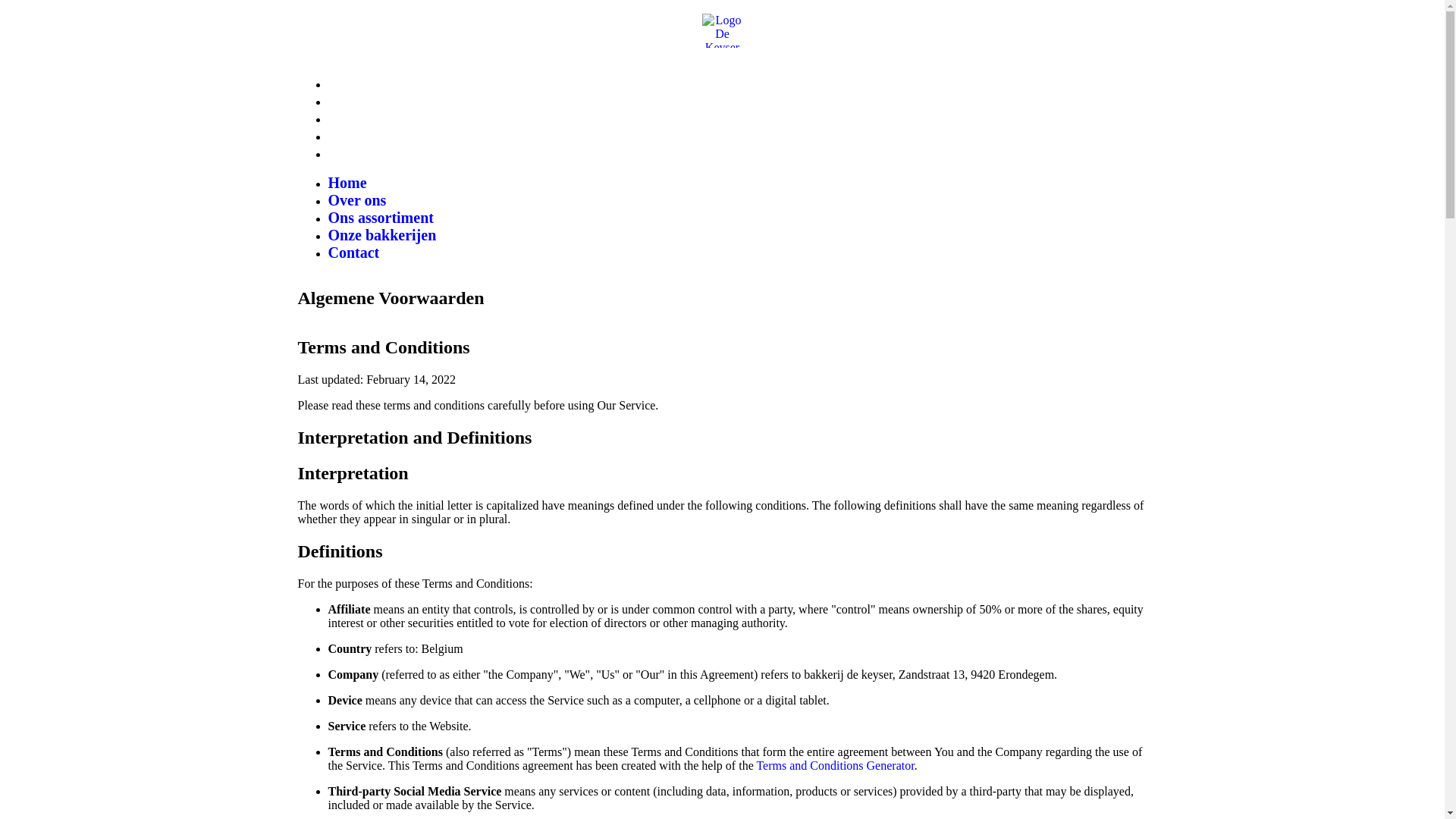  What do you see at coordinates (352, 251) in the screenshot?
I see `'Contact'` at bounding box center [352, 251].